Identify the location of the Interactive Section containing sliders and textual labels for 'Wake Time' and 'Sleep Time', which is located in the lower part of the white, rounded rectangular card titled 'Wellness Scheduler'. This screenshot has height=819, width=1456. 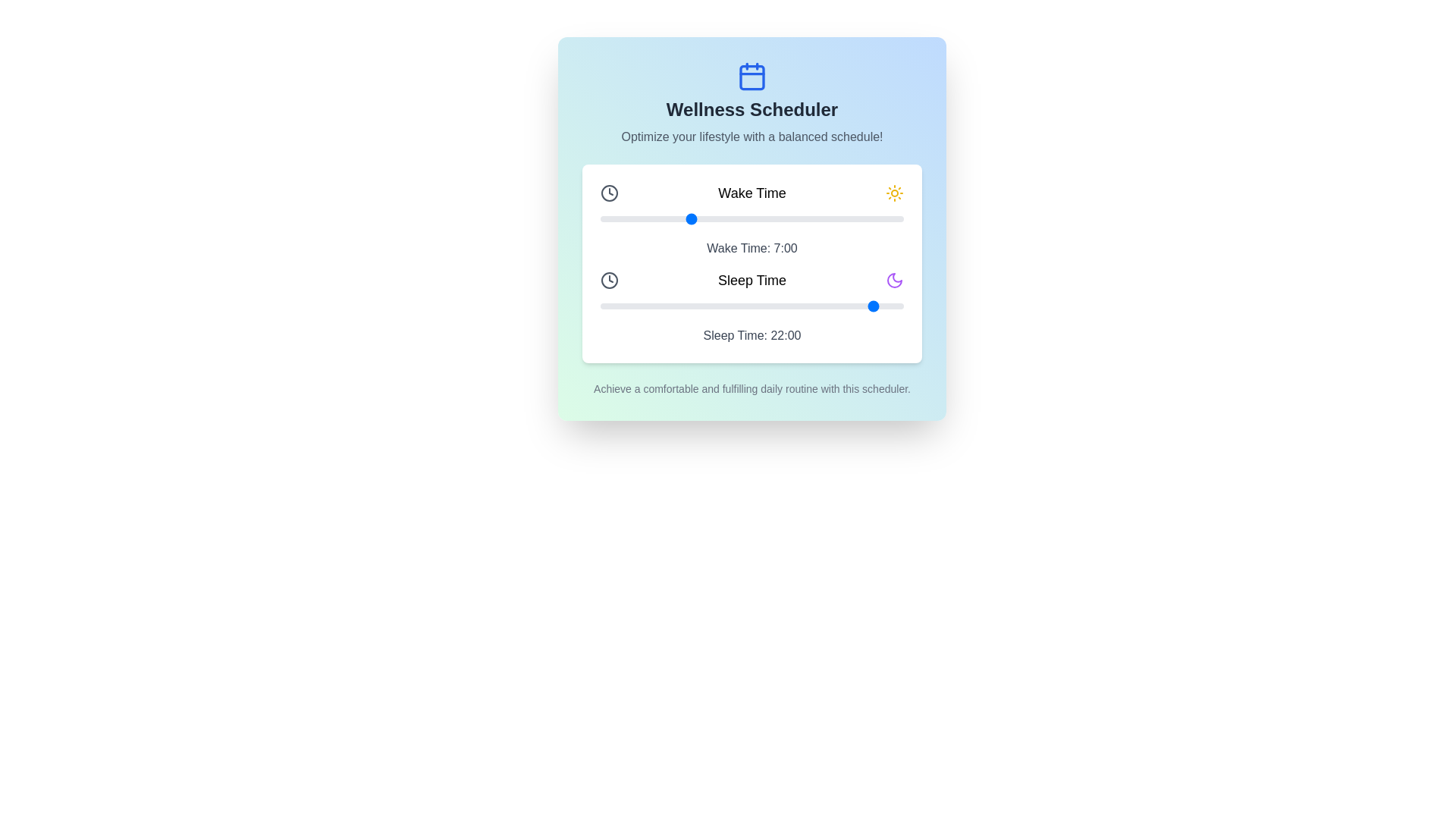
(752, 262).